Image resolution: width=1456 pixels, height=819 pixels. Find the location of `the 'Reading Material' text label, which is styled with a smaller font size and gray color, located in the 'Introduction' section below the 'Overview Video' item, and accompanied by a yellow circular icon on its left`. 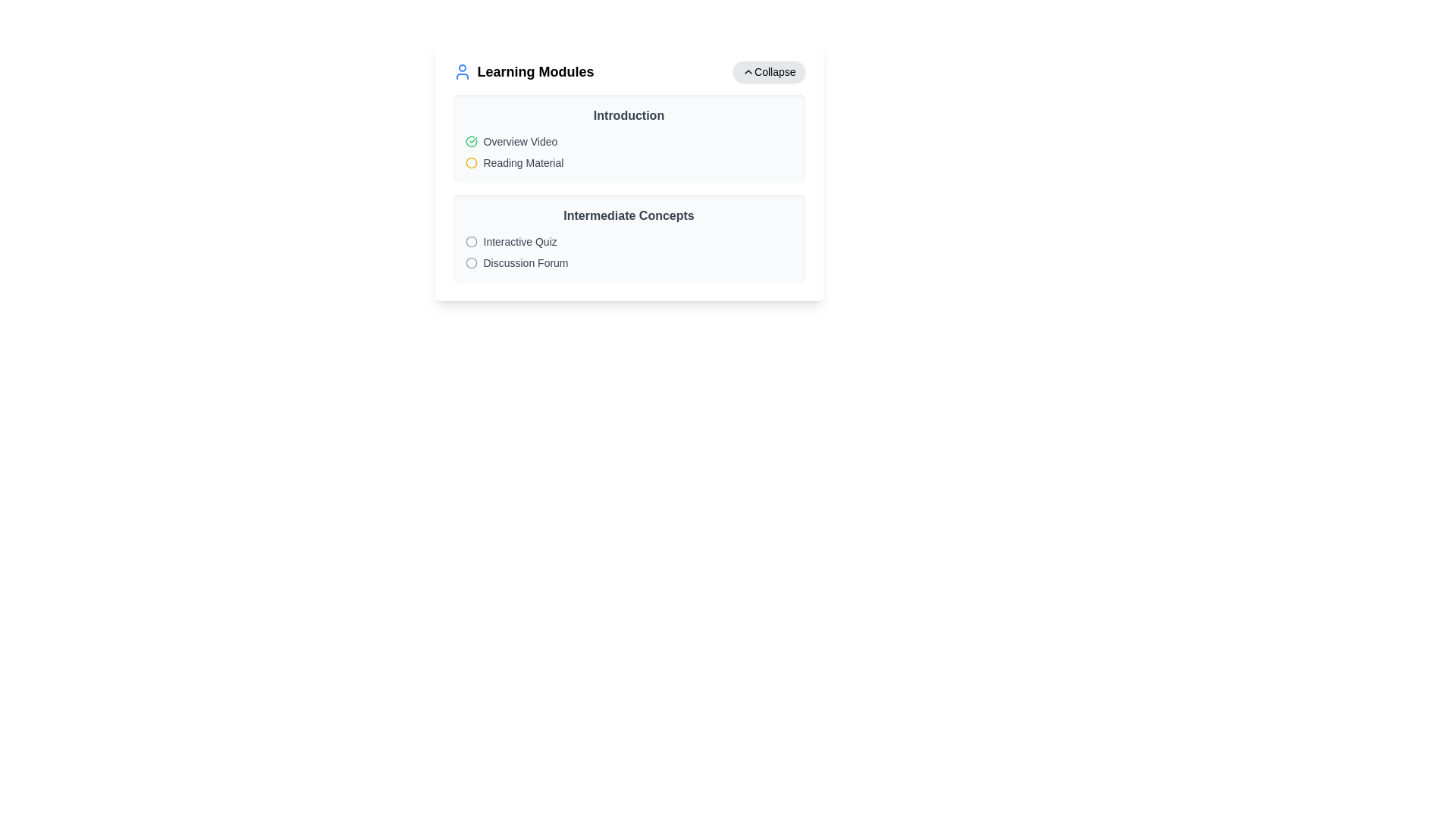

the 'Reading Material' text label, which is styled with a smaller font size and gray color, located in the 'Introduction' section below the 'Overview Video' item, and accompanied by a yellow circular icon on its left is located at coordinates (523, 163).